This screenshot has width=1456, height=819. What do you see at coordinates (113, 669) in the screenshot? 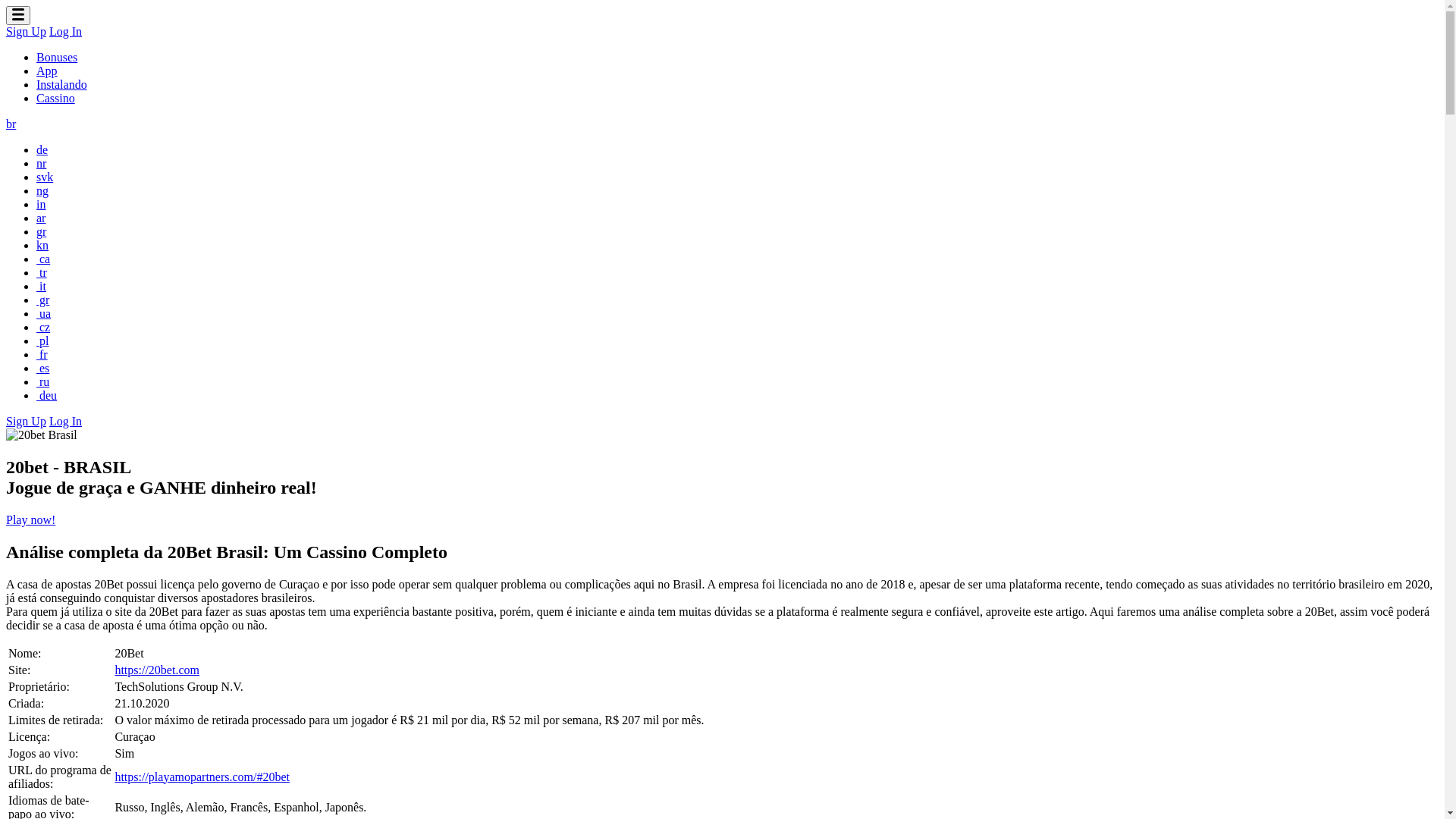
I see `'https://20bet.com'` at bounding box center [113, 669].